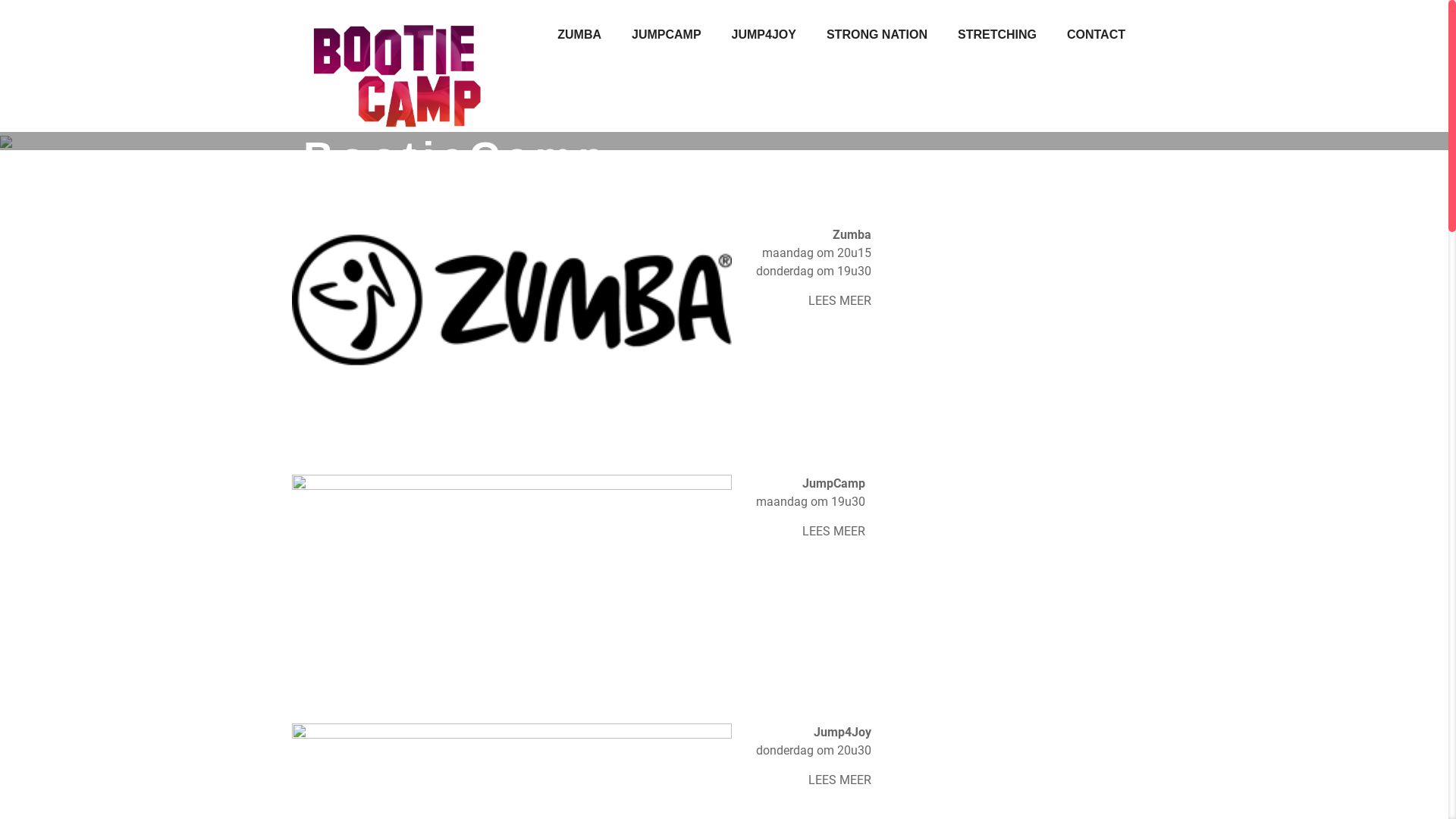 Image resolution: width=1456 pixels, height=819 pixels. I want to click on 'STRETCHING', so click(997, 34).